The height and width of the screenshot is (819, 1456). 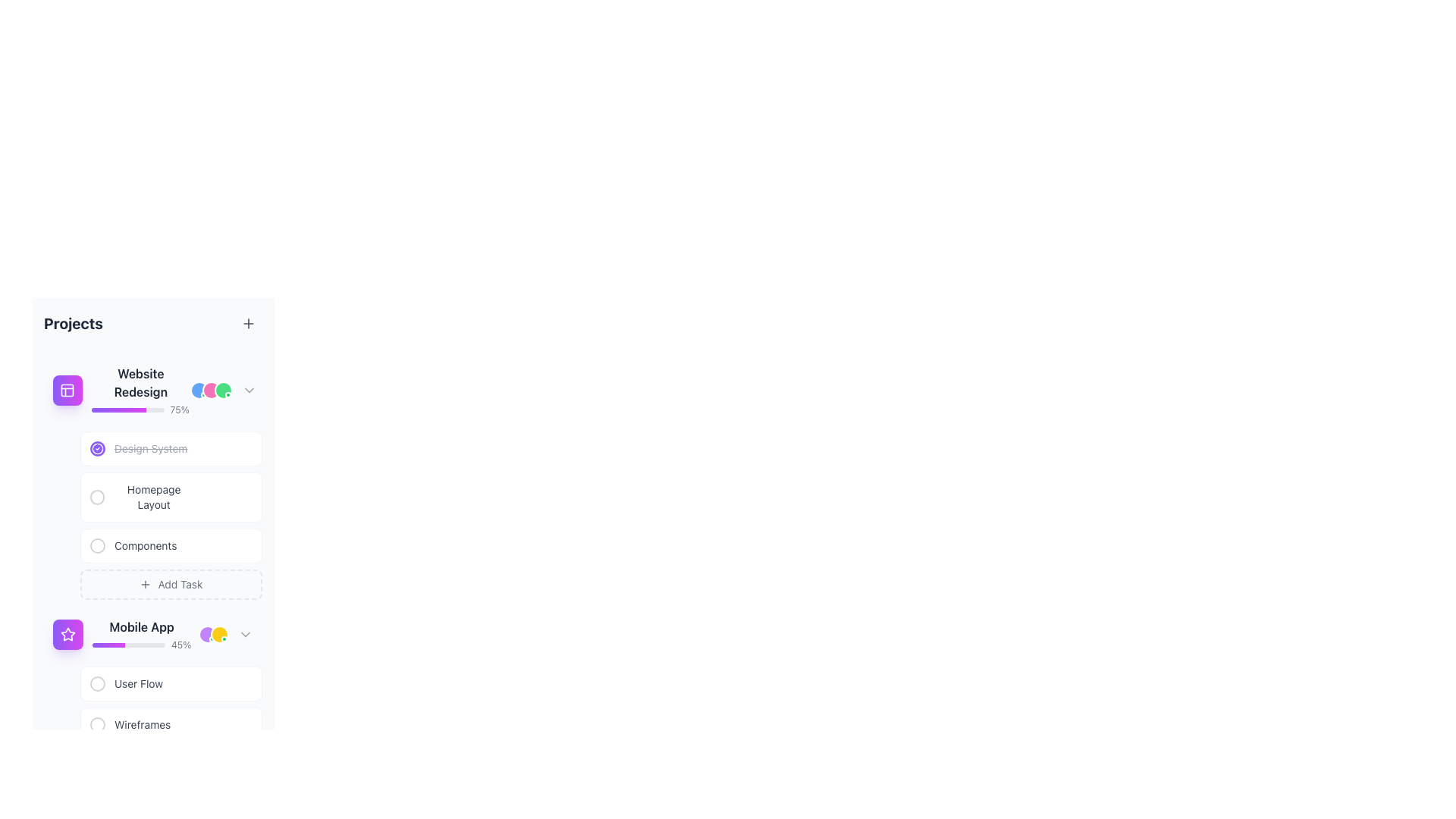 What do you see at coordinates (171, 447) in the screenshot?
I see `the first list item under the 'Website Redesign' project header, which features a purple checkmark icon and the text 'Design System' struck through` at bounding box center [171, 447].